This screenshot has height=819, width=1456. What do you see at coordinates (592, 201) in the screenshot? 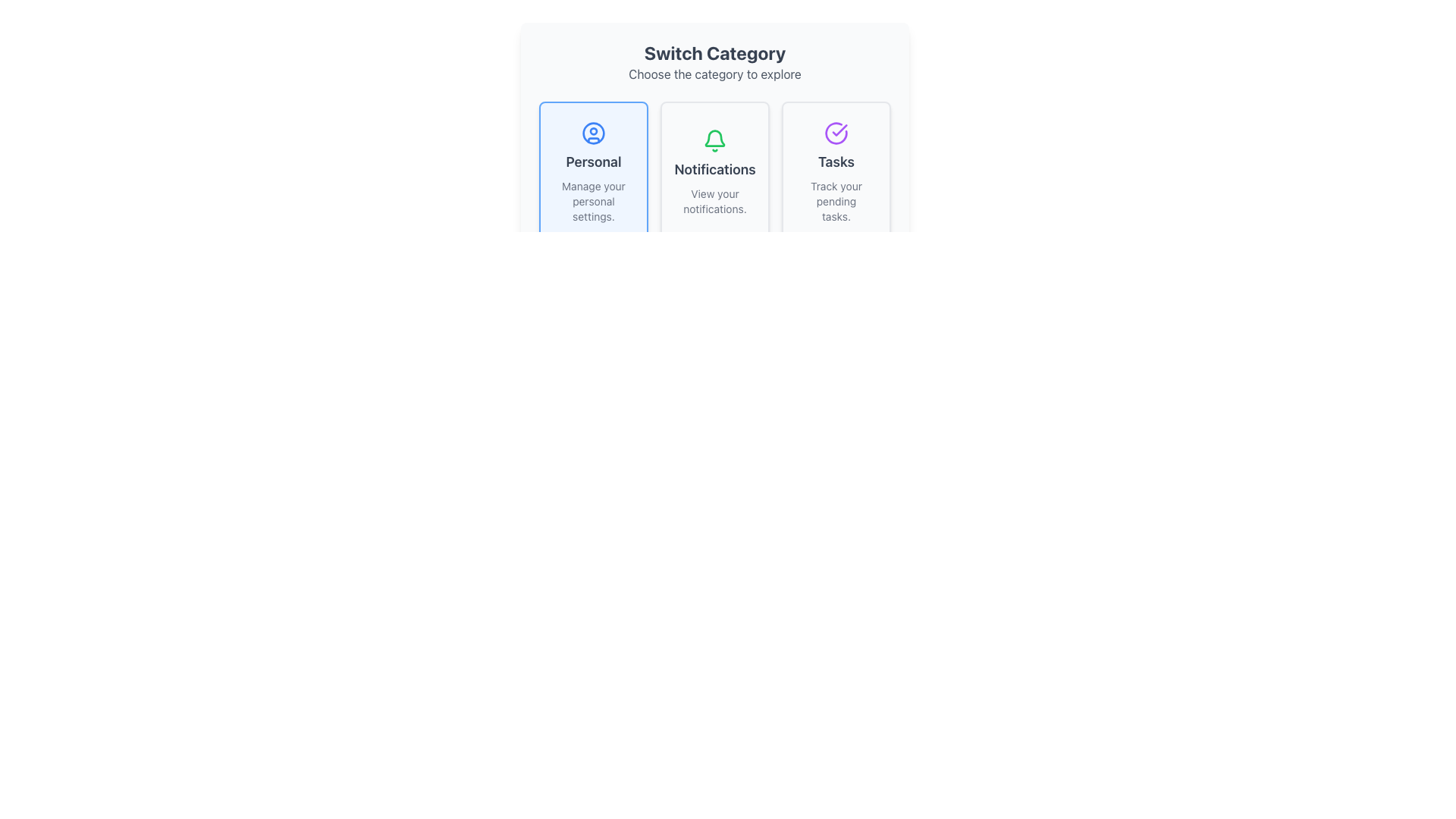
I see `the informative text label located at the bottom of the 'Personal' option box, directly beneath the 'Personal' heading` at bounding box center [592, 201].